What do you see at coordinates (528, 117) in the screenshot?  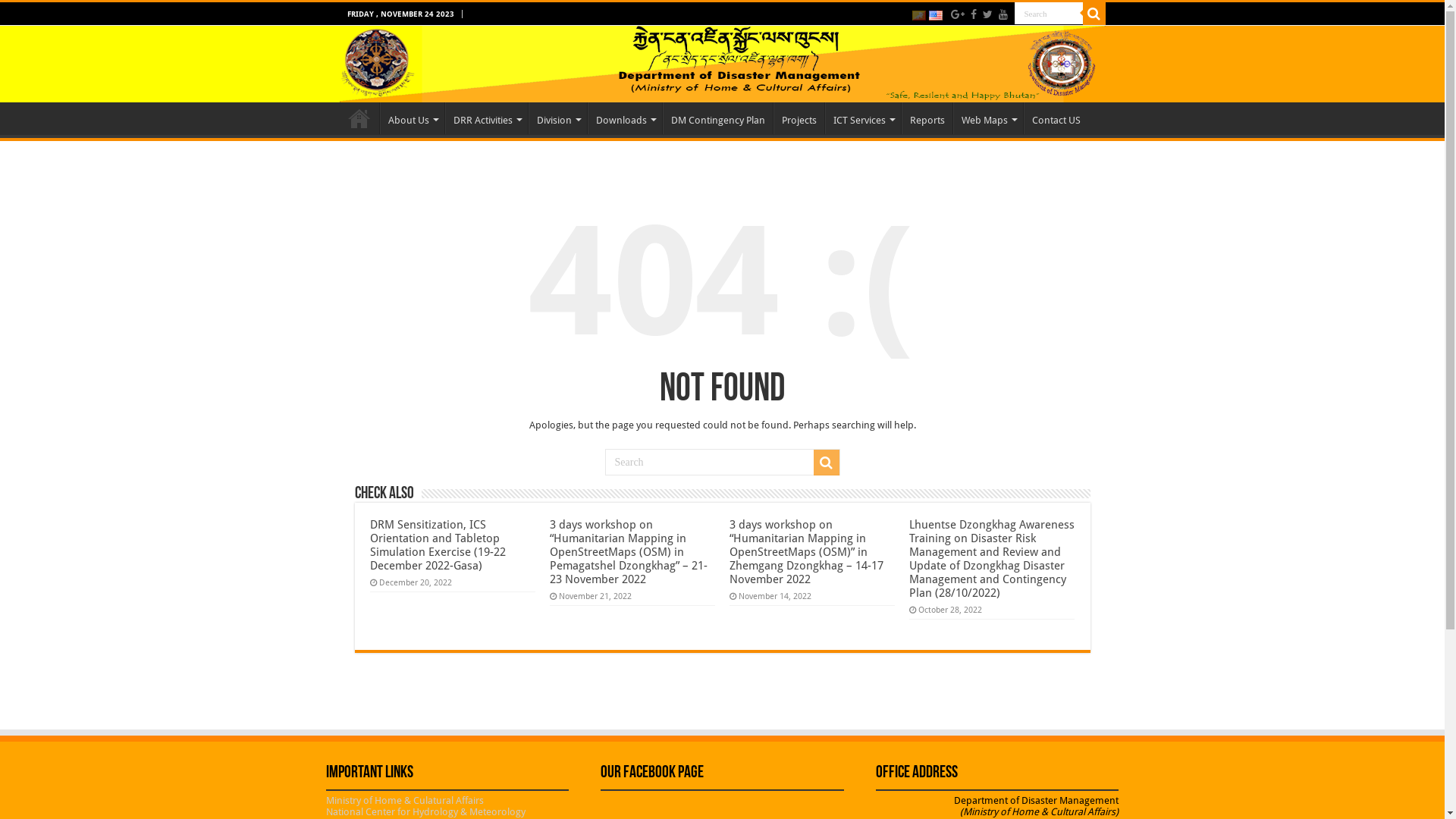 I see `'Division'` at bounding box center [528, 117].